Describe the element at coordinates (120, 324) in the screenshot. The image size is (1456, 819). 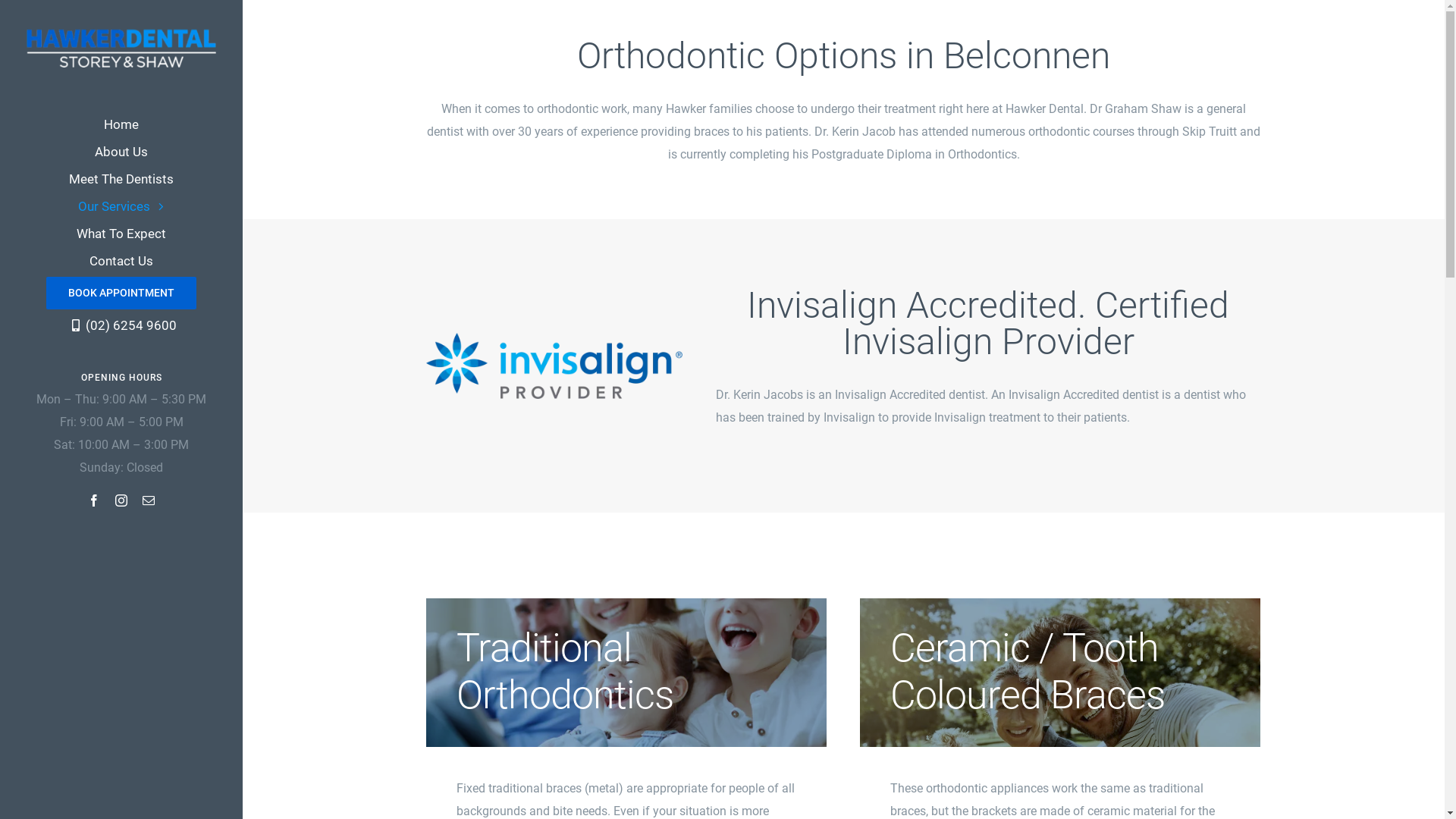
I see `'(02) 6254 9600'` at that location.